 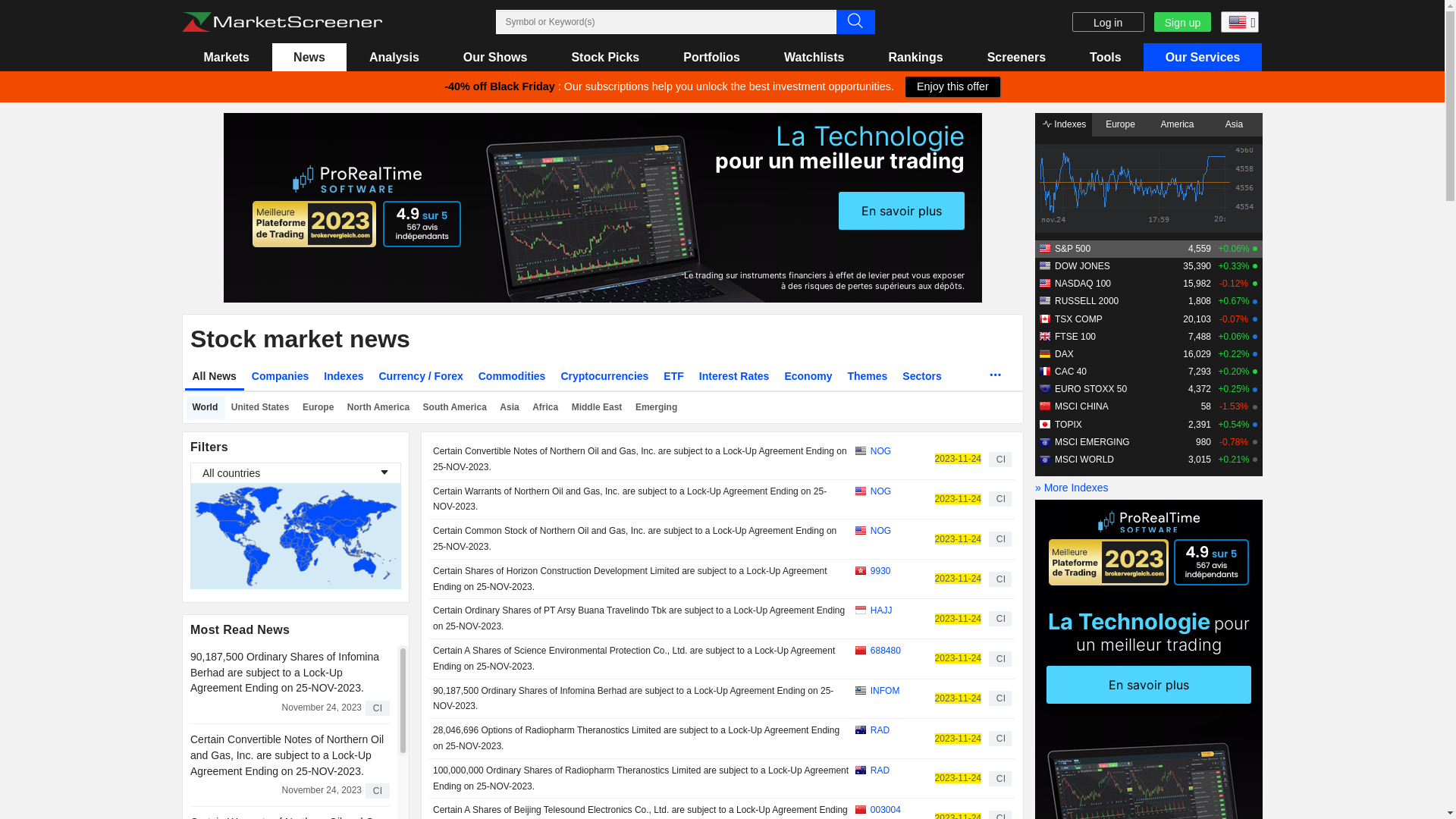 I want to click on 'United States', so click(x=224, y=406).